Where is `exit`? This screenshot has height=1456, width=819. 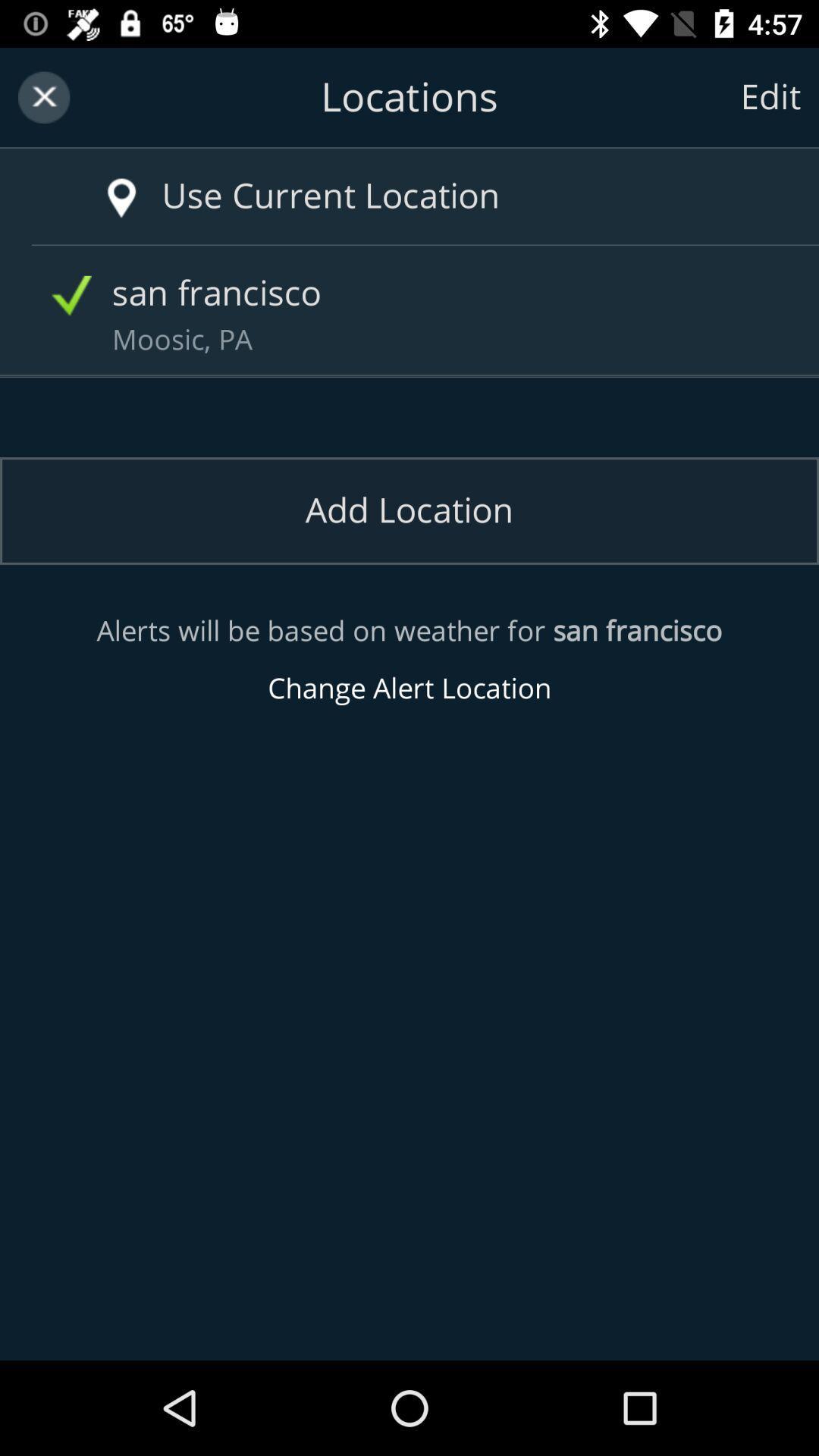 exit is located at coordinates (43, 96).